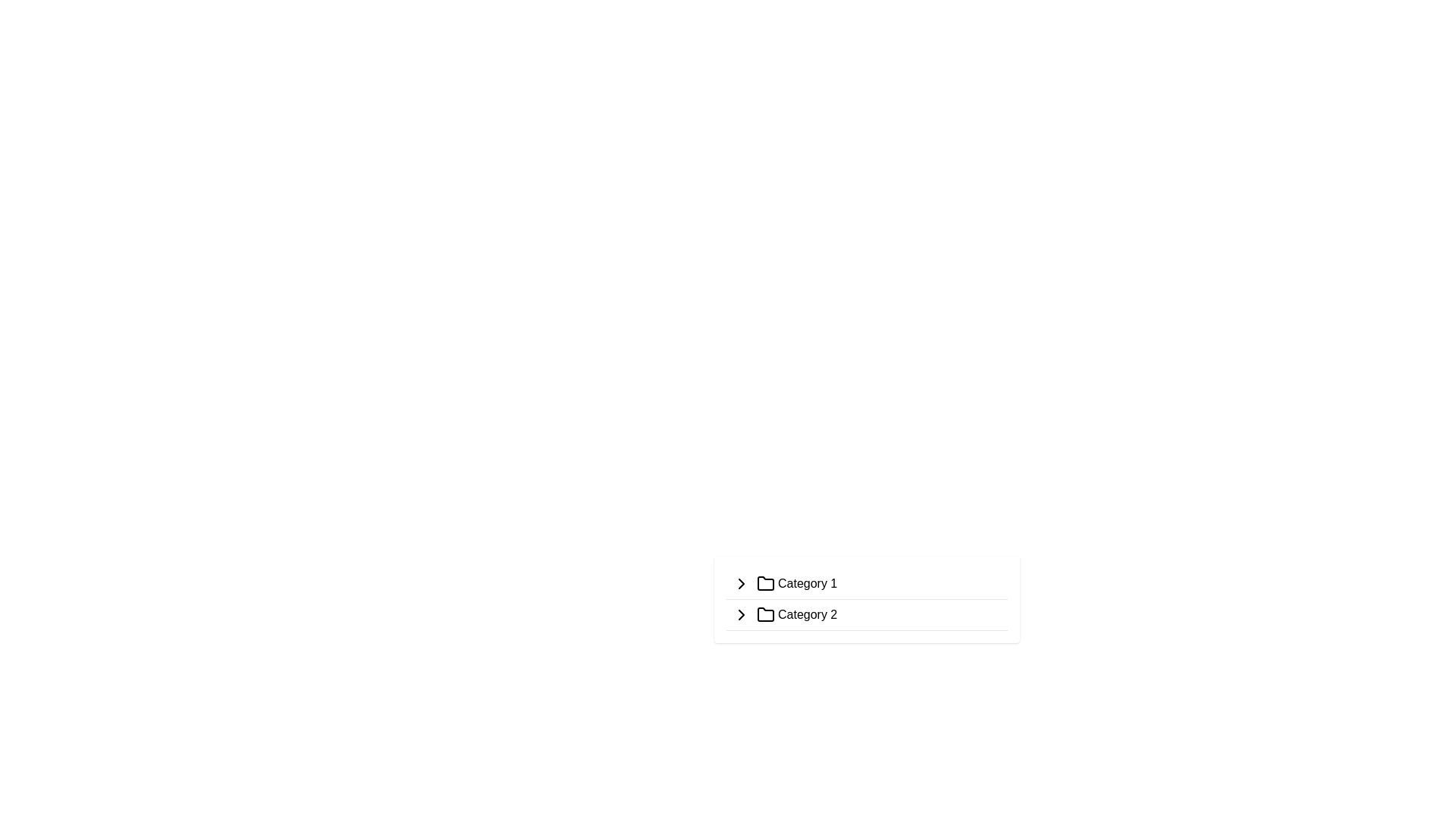  I want to click on the triangular arrow icon located to the left of the text label 'Category 1', so click(742, 583).